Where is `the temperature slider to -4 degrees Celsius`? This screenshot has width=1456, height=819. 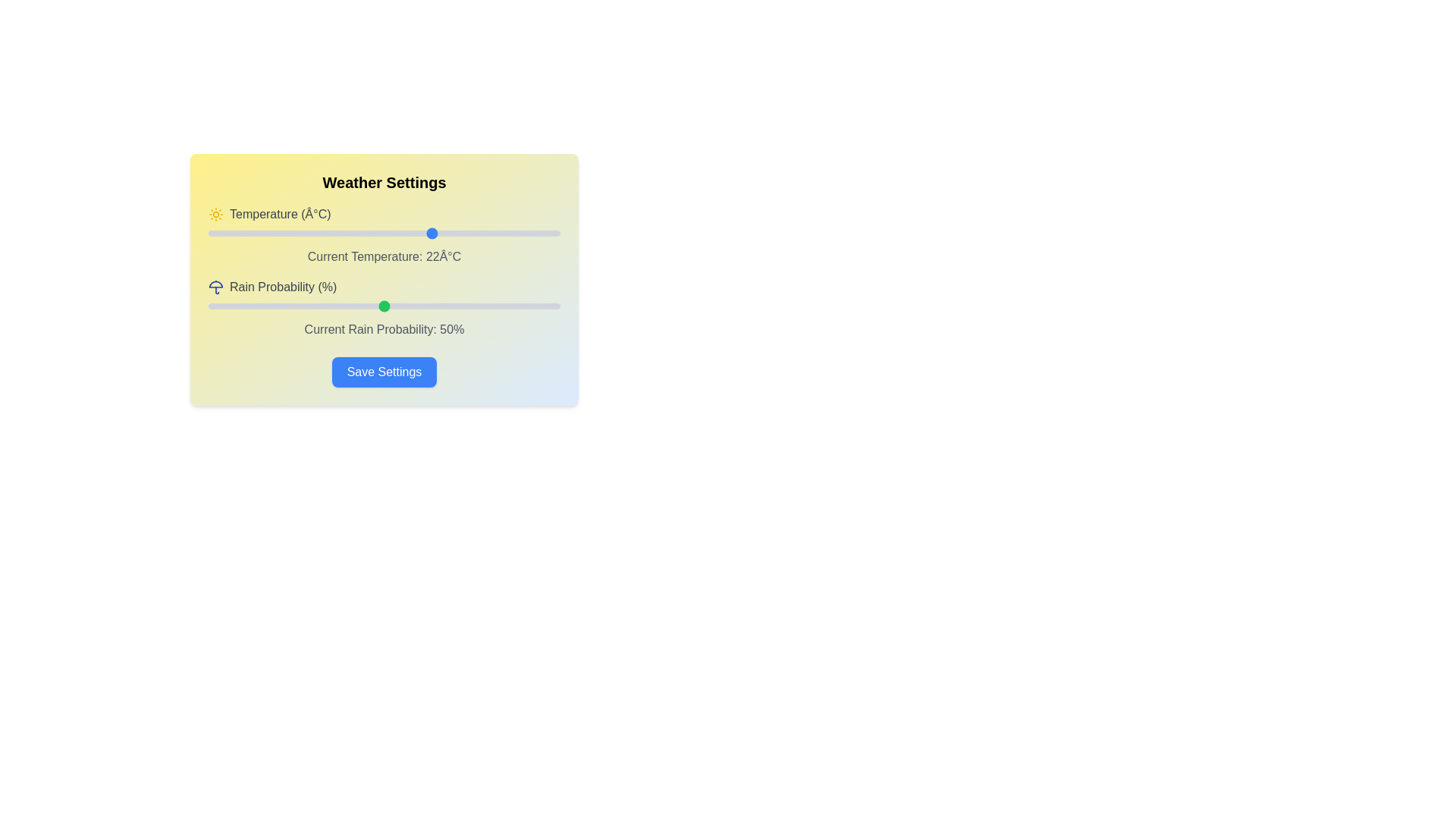
the temperature slider to -4 degrees Celsius is located at coordinates (250, 234).